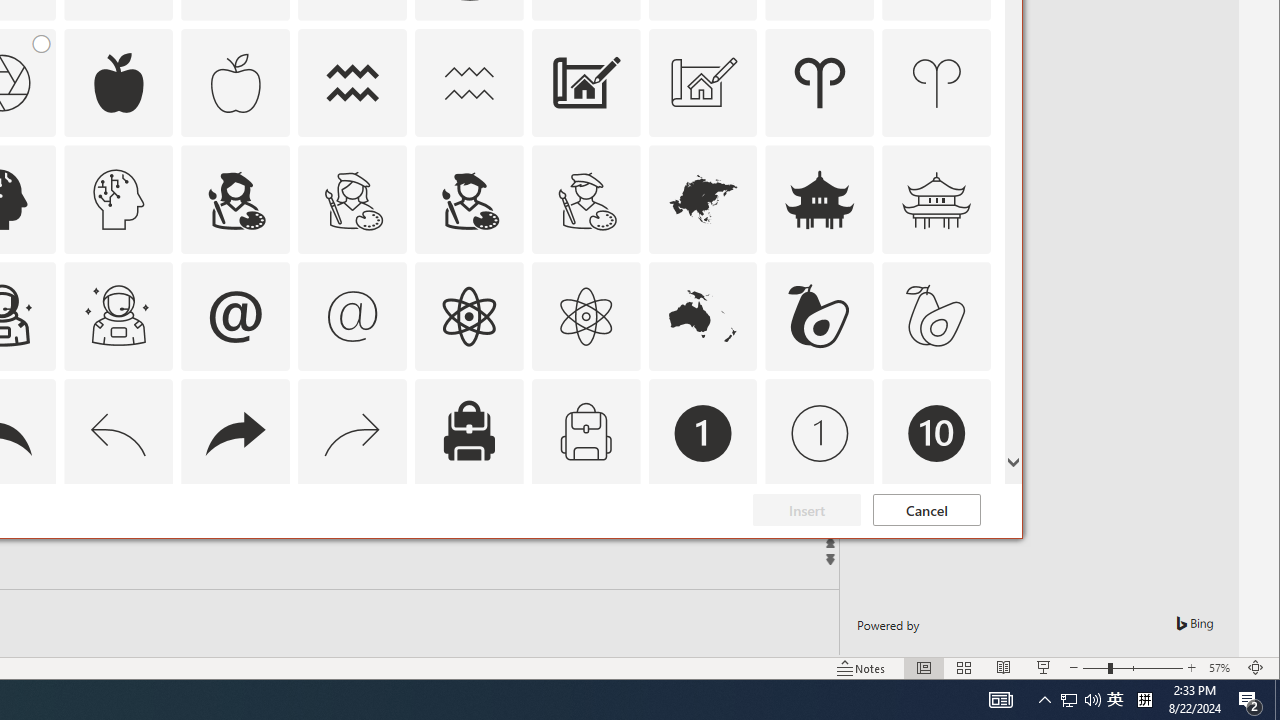  Describe the element at coordinates (353, 550) in the screenshot. I see `'AutomationID: Icons_Badge7'` at that location.